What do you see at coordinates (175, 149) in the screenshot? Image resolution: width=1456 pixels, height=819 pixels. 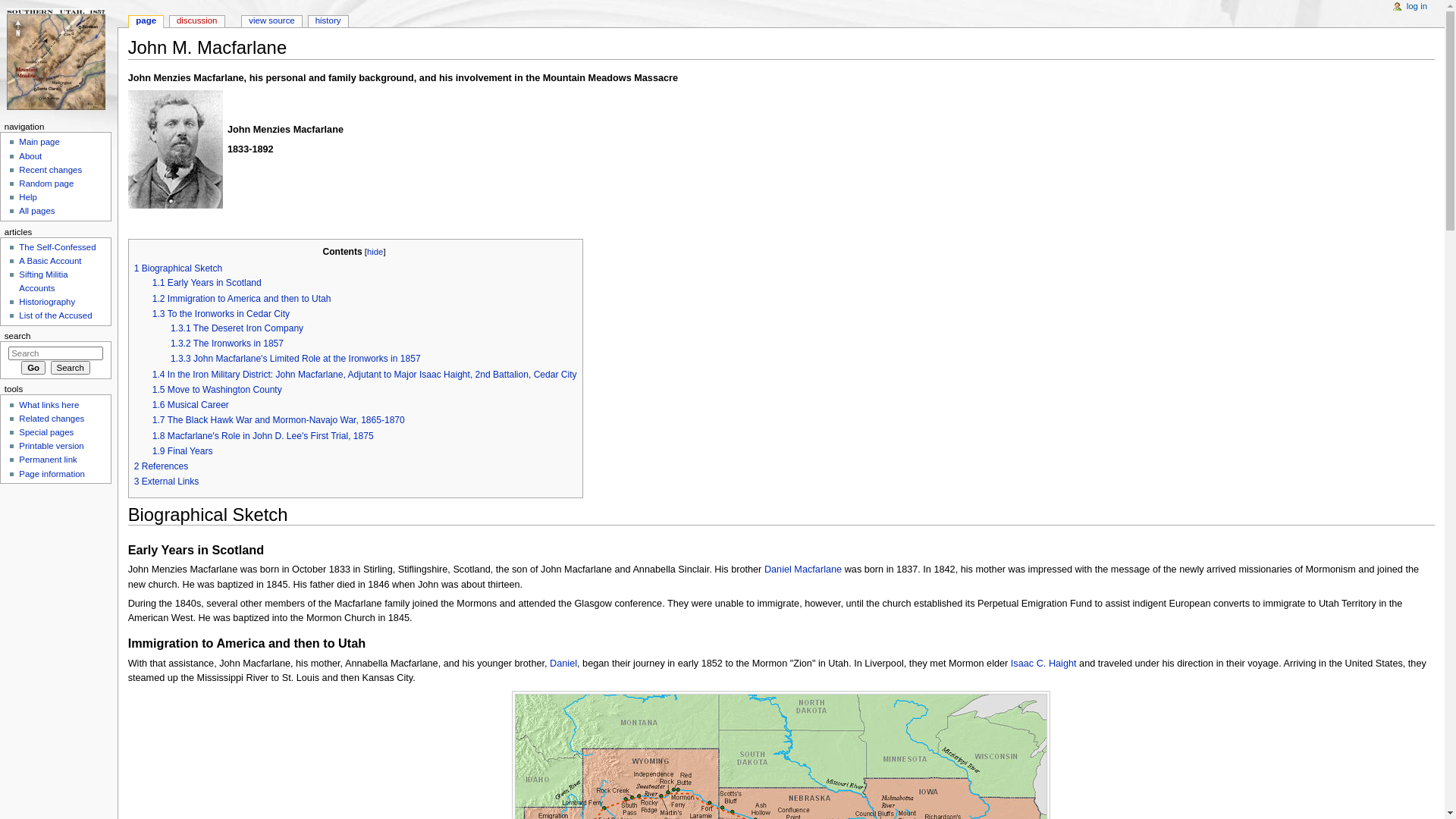 I see `'John m. macfarlane 1b.jpg'` at bounding box center [175, 149].